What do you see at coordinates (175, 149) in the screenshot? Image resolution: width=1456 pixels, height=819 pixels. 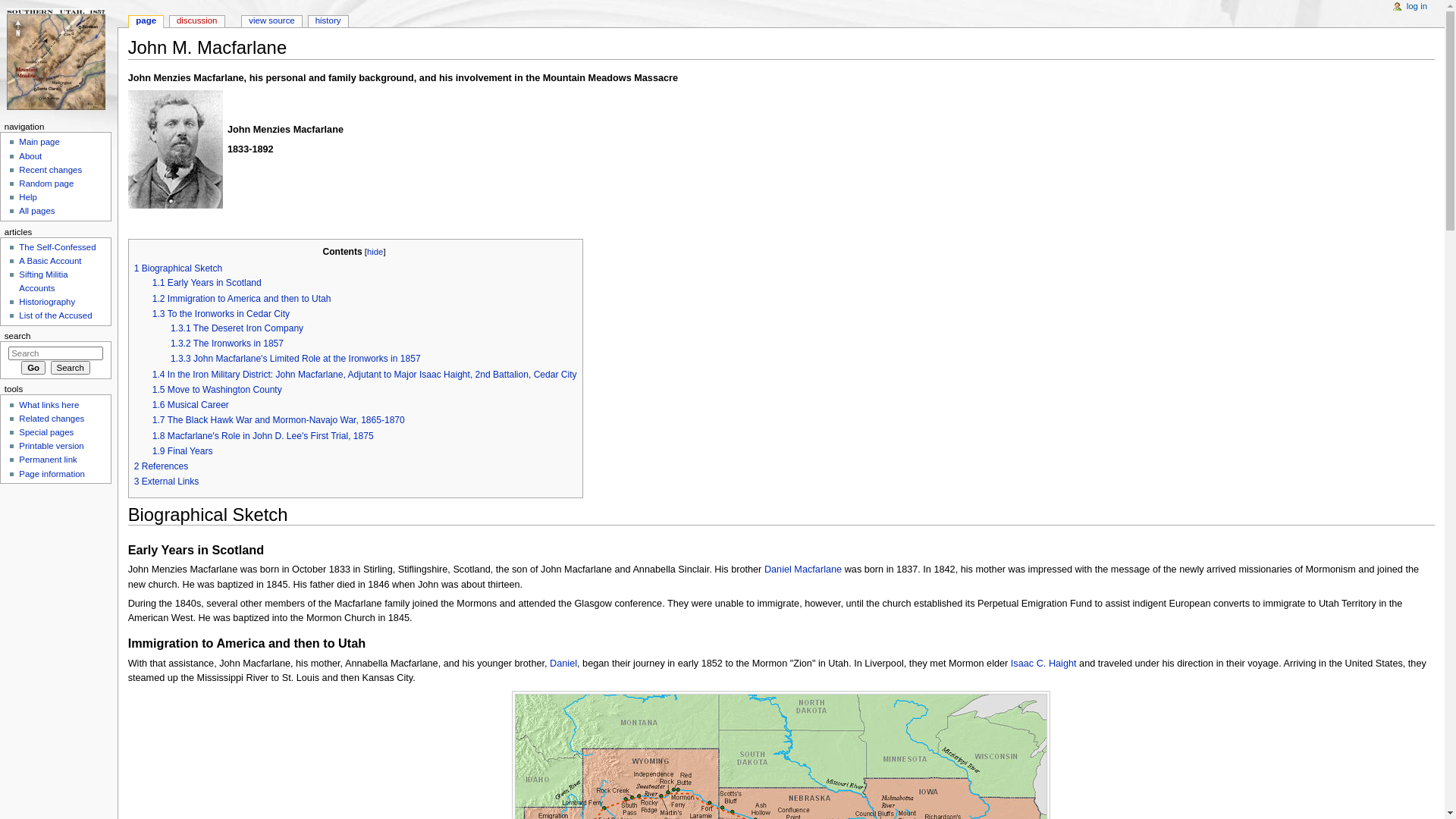 I see `'John m. macfarlane 1b.jpg'` at bounding box center [175, 149].